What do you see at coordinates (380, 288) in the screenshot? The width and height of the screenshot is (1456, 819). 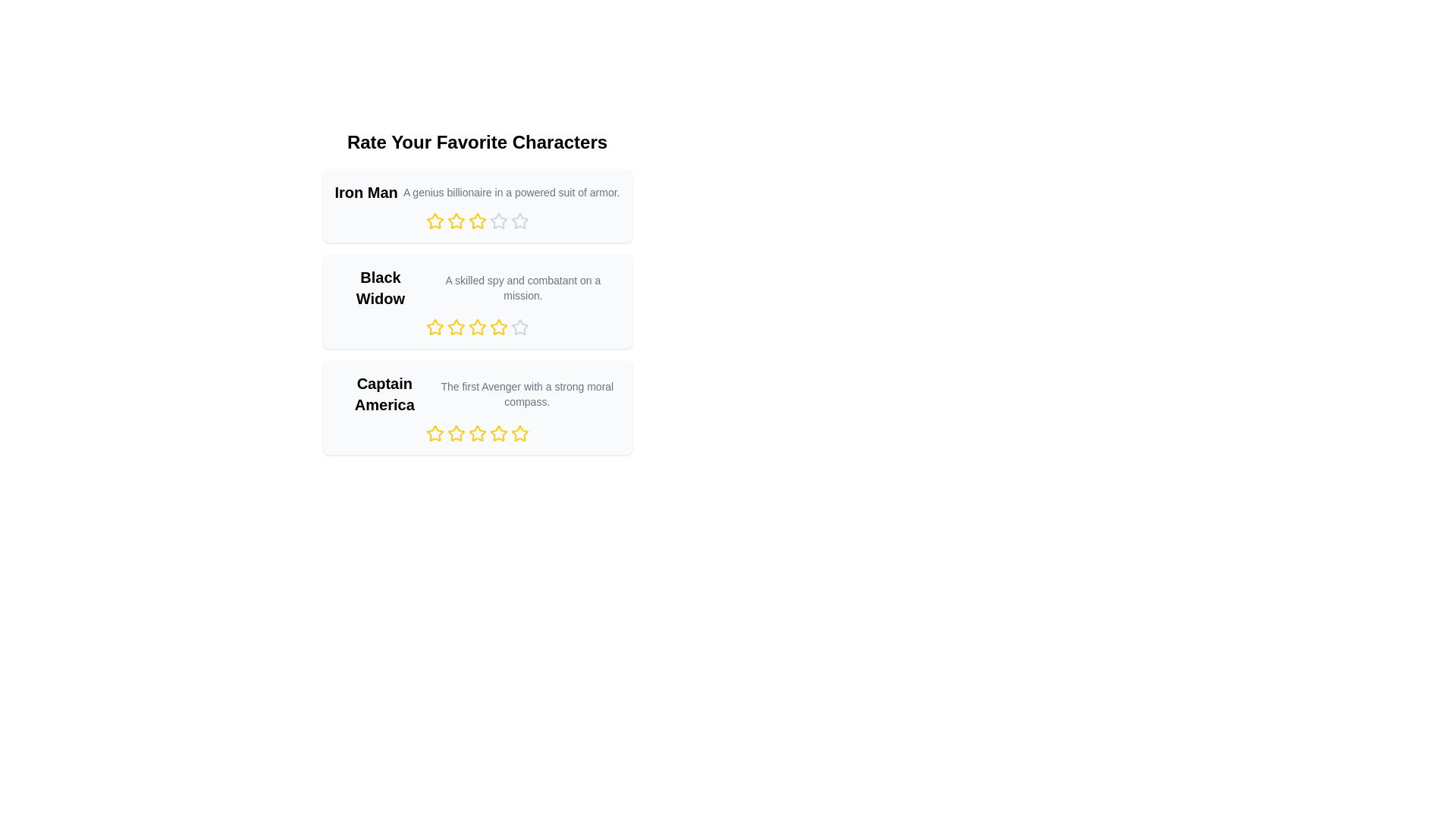 I see `the text label that serves as the title or name of the character, which is the second entry in a vertically stacked layout of character profiles` at bounding box center [380, 288].